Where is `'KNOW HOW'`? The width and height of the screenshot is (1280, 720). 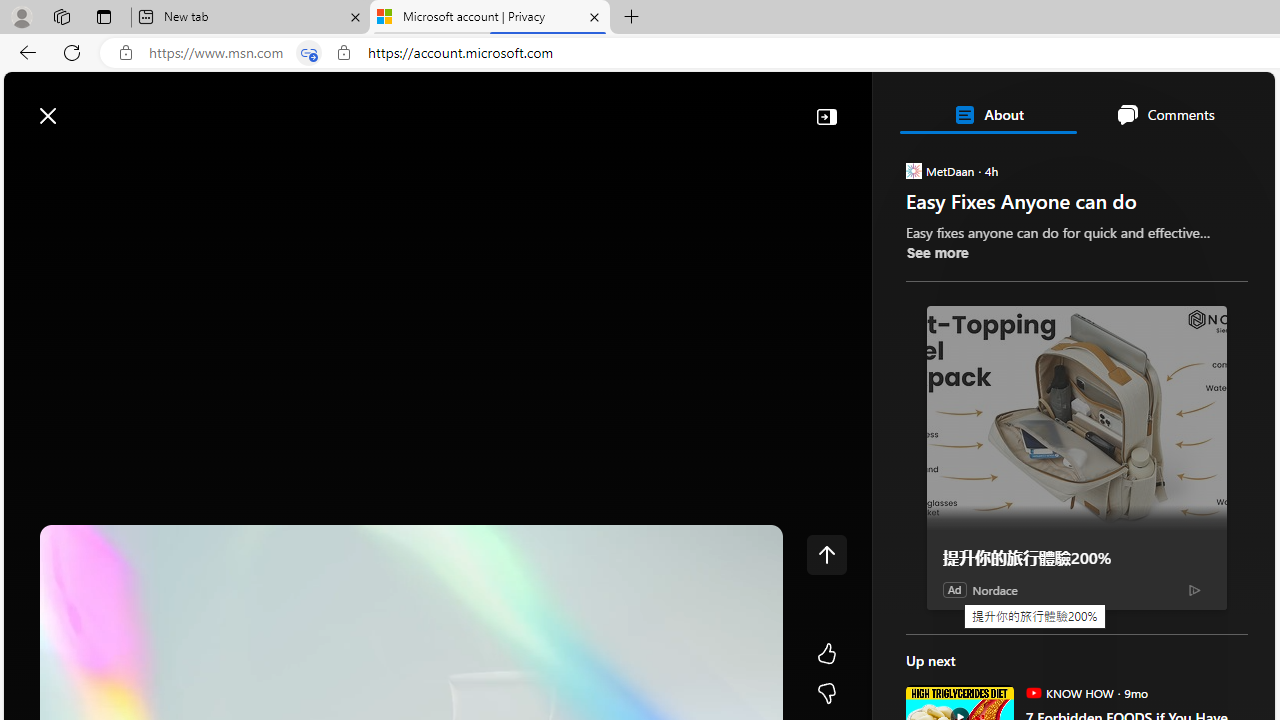
'KNOW HOW' is located at coordinates (1033, 691).